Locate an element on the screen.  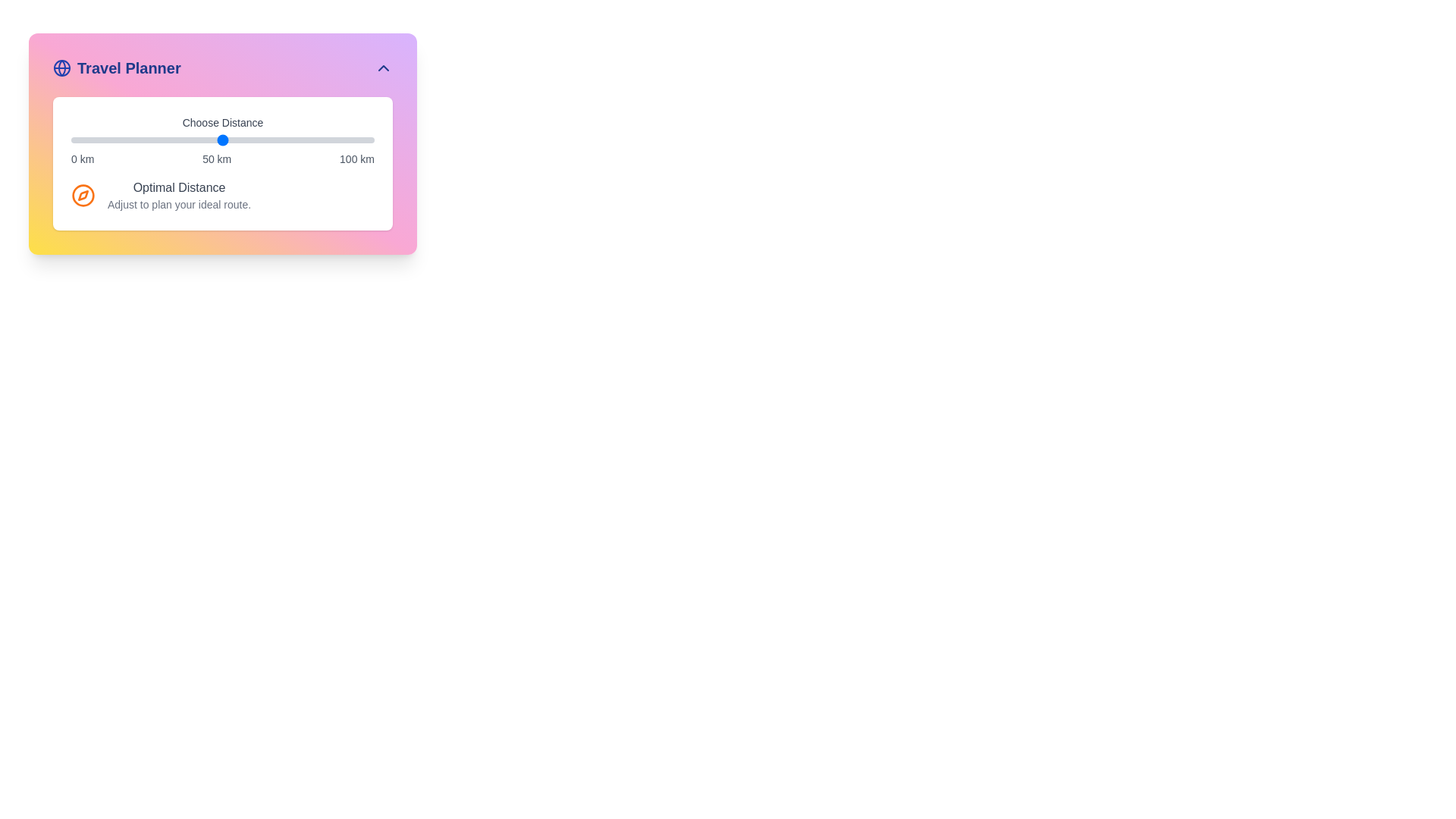
the slider is located at coordinates (192, 140).